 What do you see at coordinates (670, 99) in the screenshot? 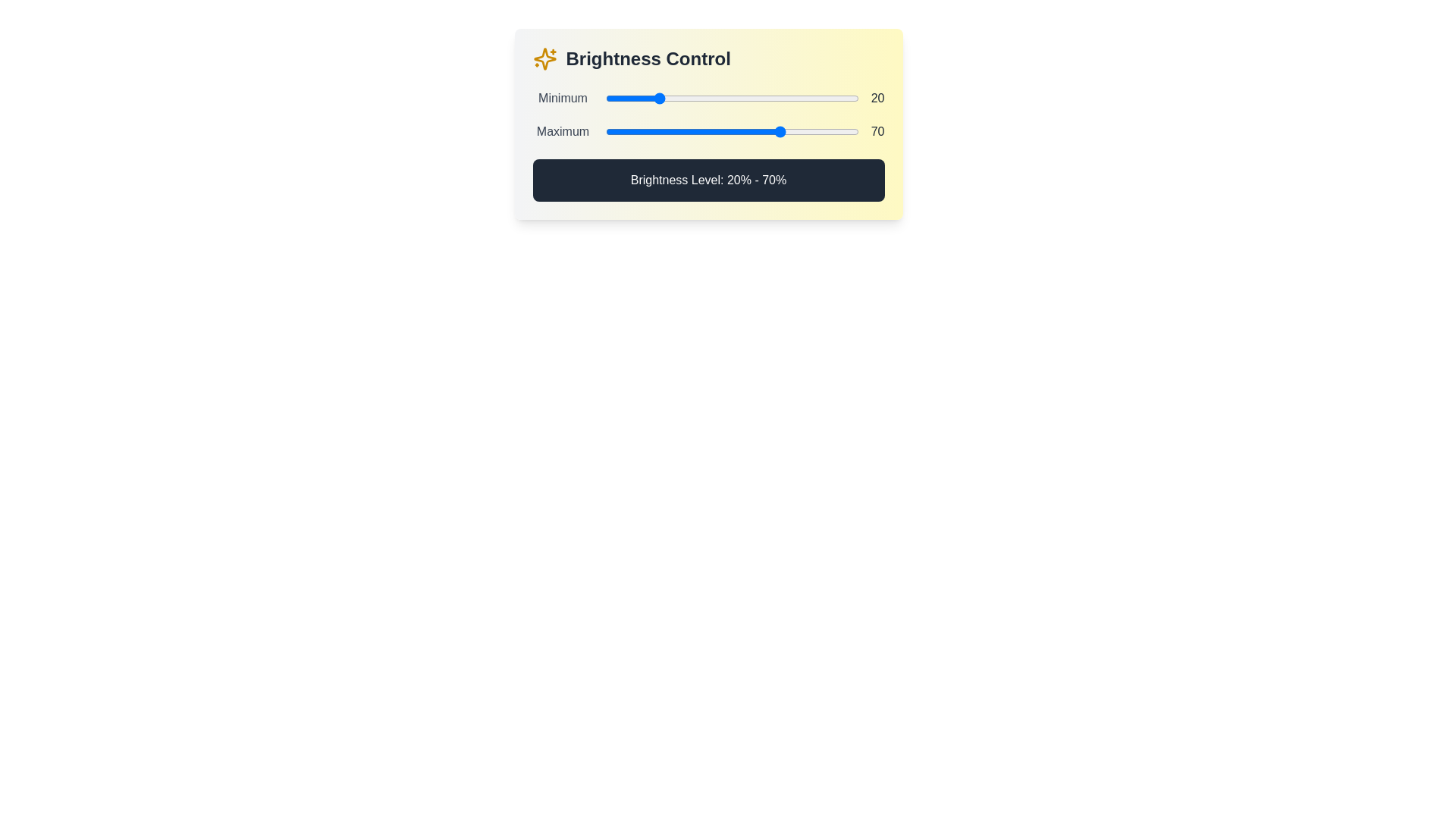
I see `the minimum brightness level to 26% by interacting with the first slider` at bounding box center [670, 99].